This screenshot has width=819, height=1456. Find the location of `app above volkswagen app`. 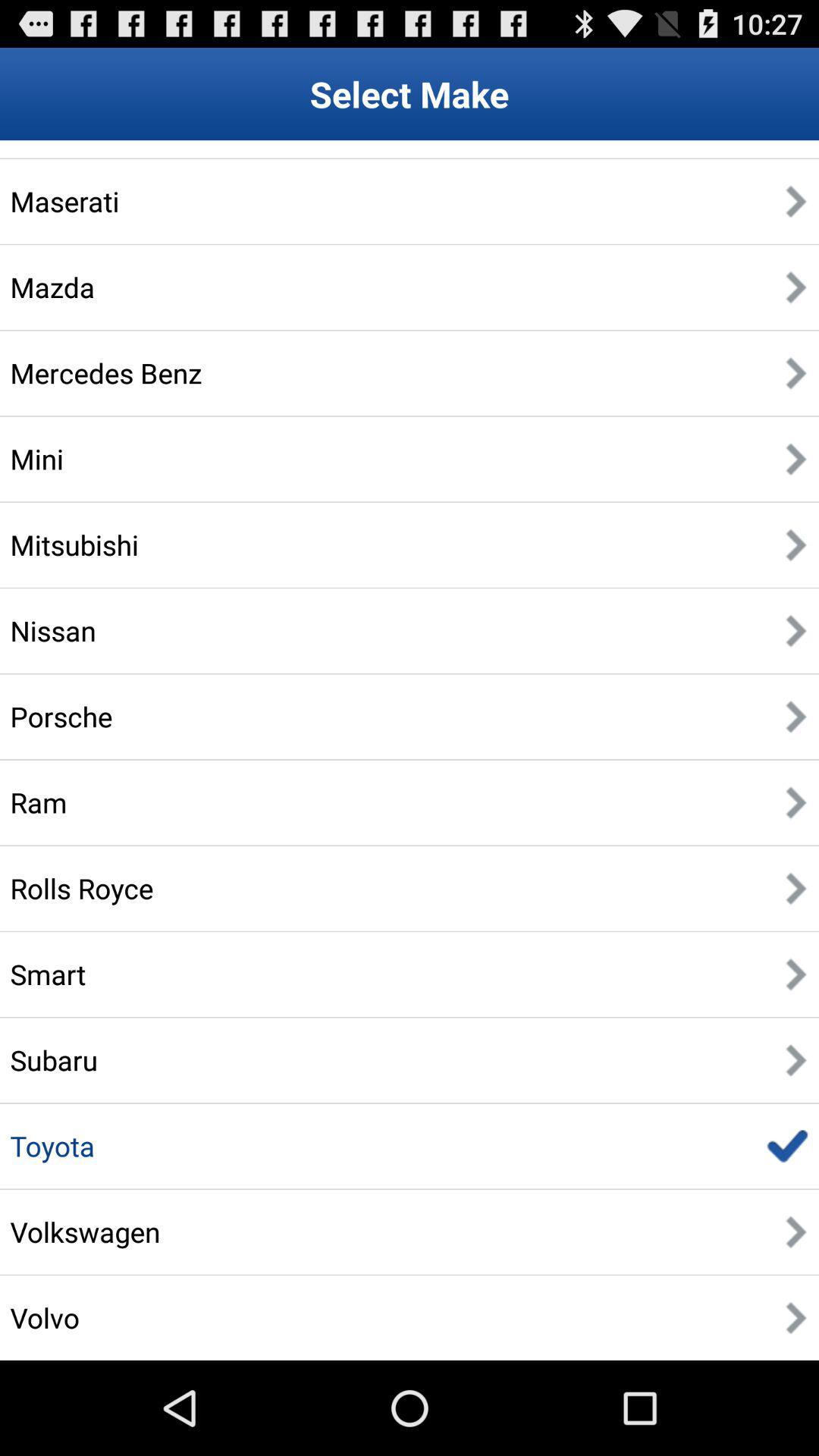

app above volkswagen app is located at coordinates (52, 1146).